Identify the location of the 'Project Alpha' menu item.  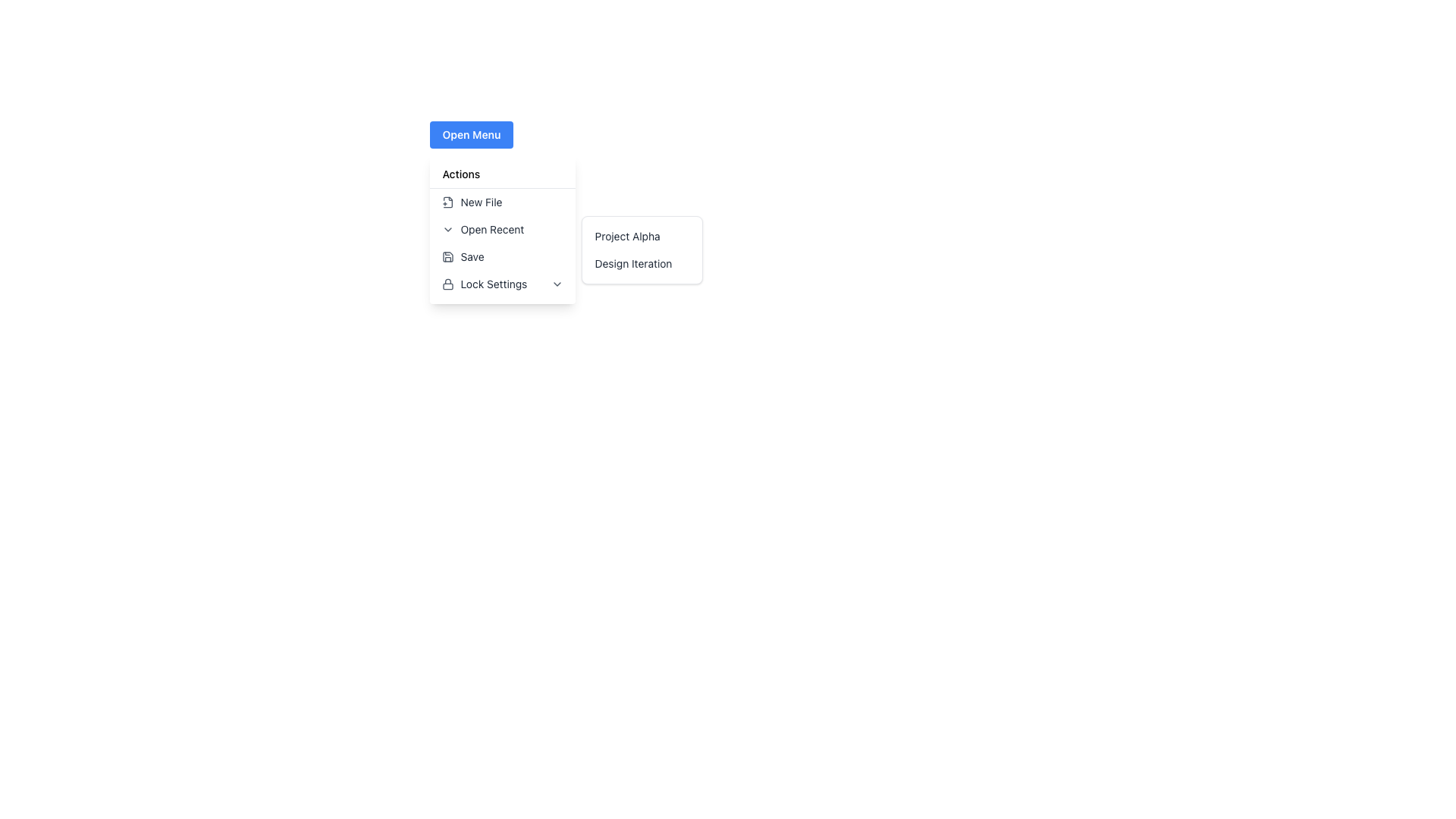
(642, 237).